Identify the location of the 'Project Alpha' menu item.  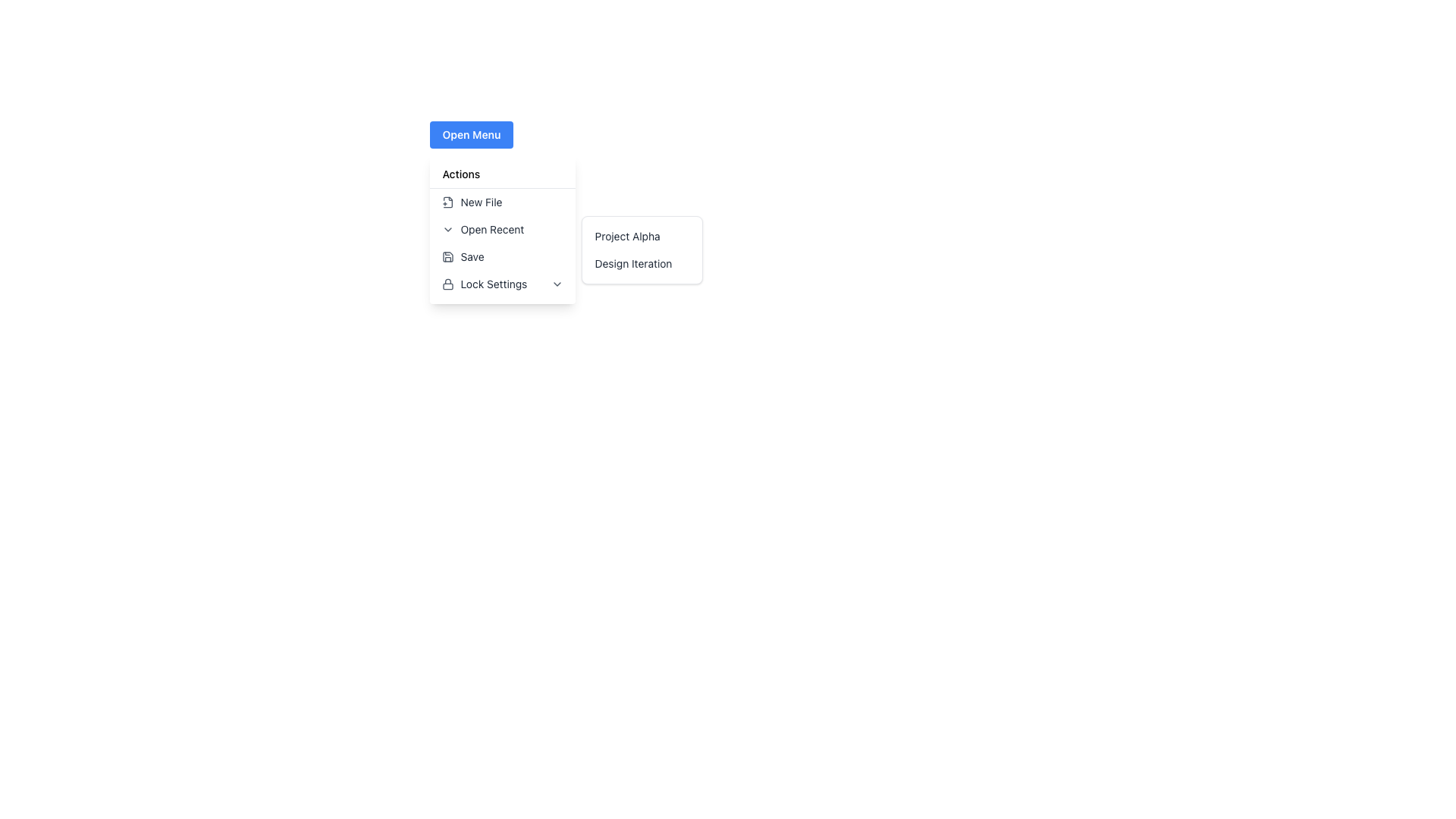
(642, 237).